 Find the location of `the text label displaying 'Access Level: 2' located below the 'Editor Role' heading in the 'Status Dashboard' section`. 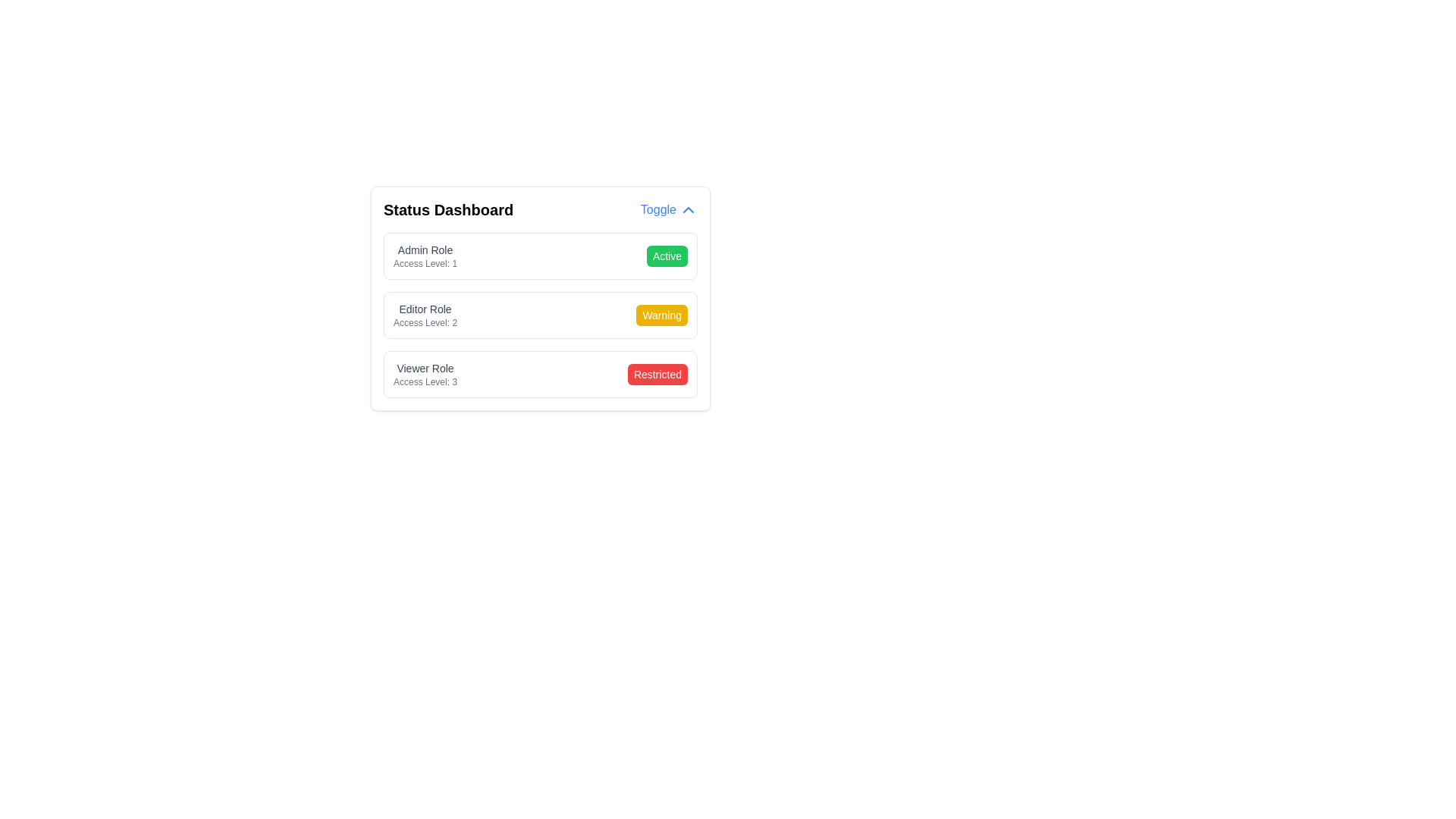

the text label displaying 'Access Level: 2' located below the 'Editor Role' heading in the 'Status Dashboard' section is located at coordinates (425, 322).